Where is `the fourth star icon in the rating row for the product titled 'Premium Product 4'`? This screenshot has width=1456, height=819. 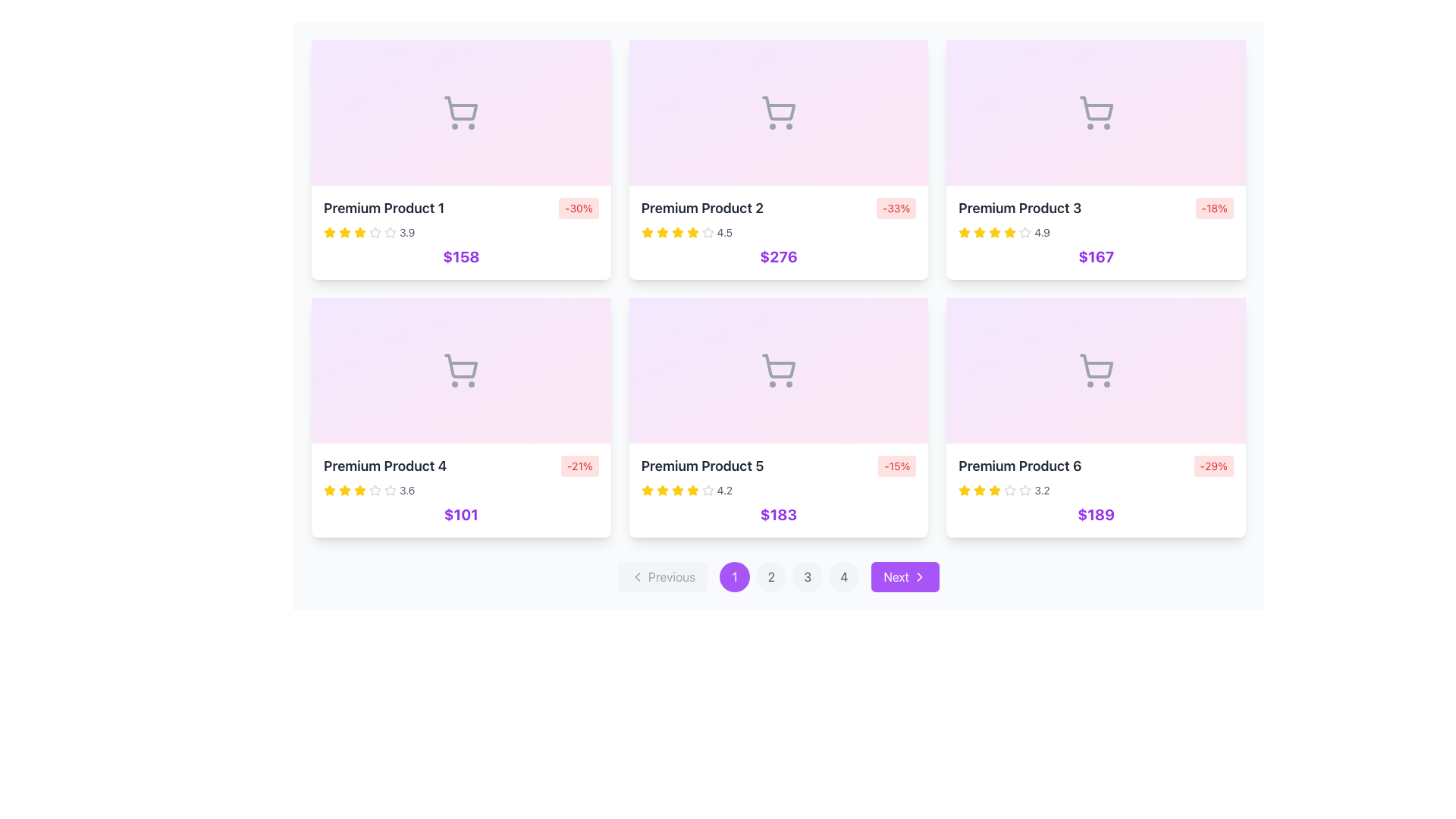 the fourth star icon in the rating row for the product titled 'Premium Product 4' is located at coordinates (390, 490).